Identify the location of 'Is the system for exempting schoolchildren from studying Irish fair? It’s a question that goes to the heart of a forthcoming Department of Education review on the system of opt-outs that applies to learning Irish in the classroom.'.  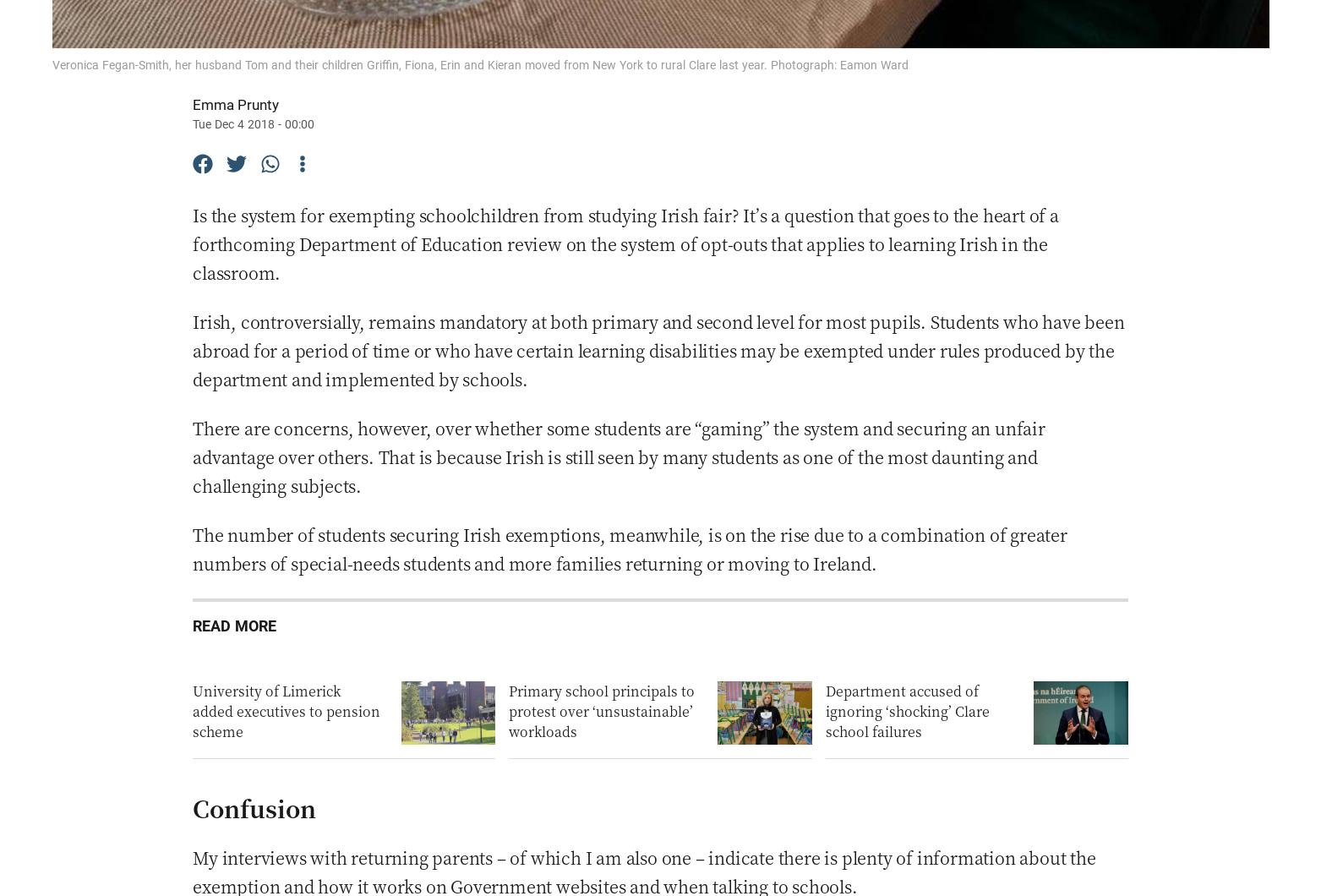
(625, 243).